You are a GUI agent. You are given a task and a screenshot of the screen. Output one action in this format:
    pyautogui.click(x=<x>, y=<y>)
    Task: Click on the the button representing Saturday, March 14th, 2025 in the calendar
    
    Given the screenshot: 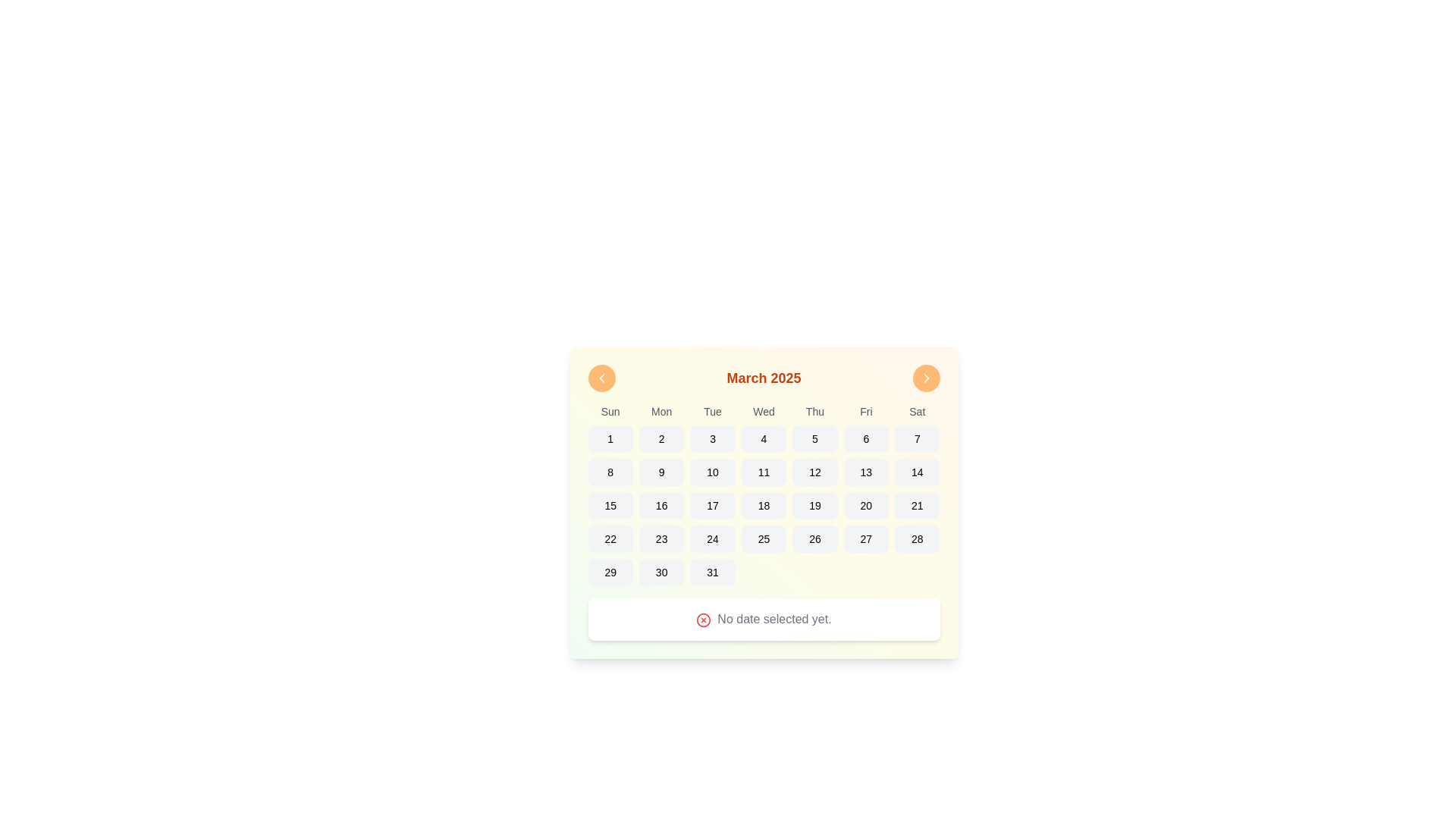 What is the action you would take?
    pyautogui.click(x=916, y=472)
    